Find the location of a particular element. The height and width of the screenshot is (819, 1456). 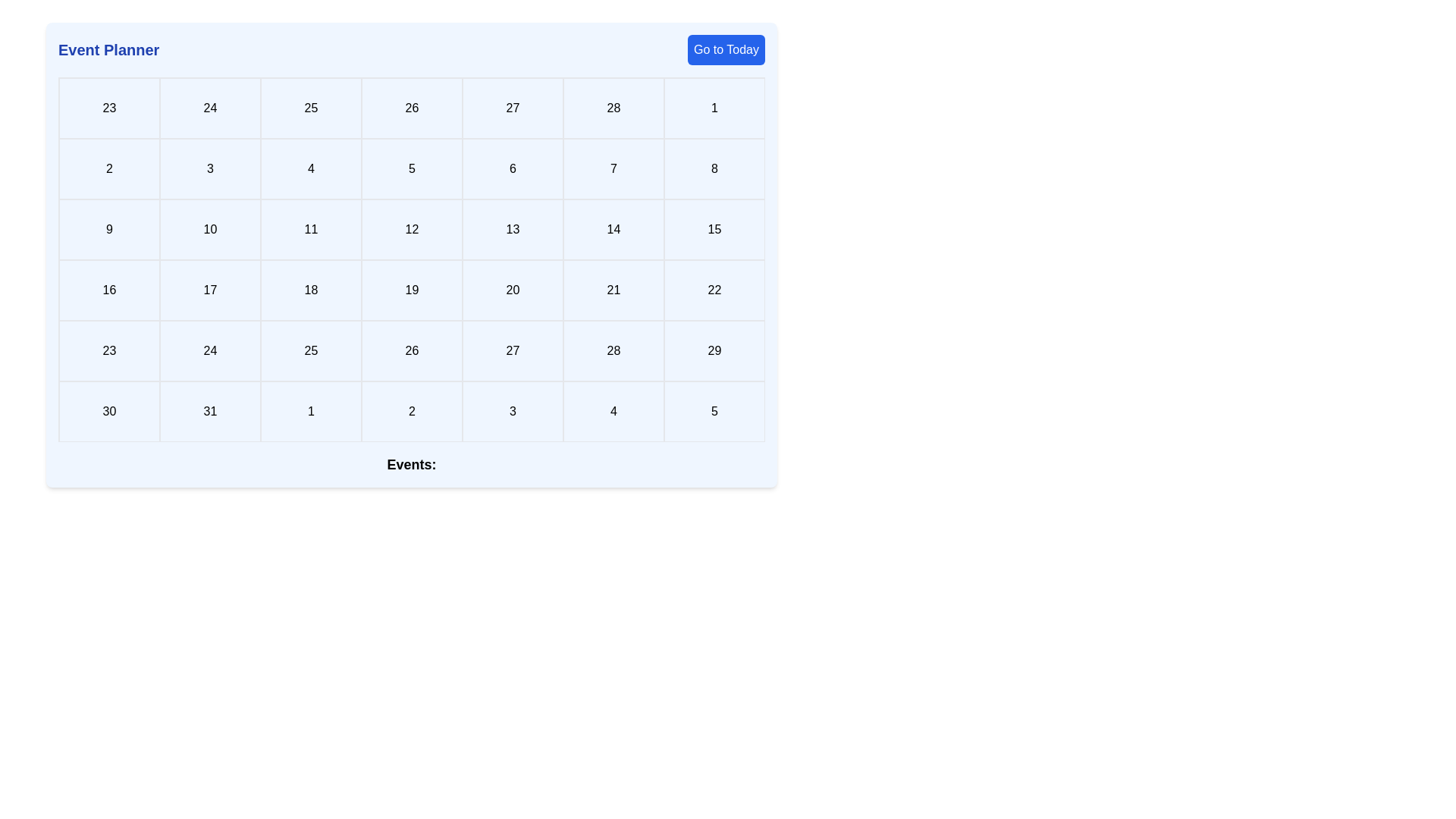

the button representing the 25th day in the calendar interface, which is located as the third box in the first row of a 7-column grid is located at coordinates (310, 107).